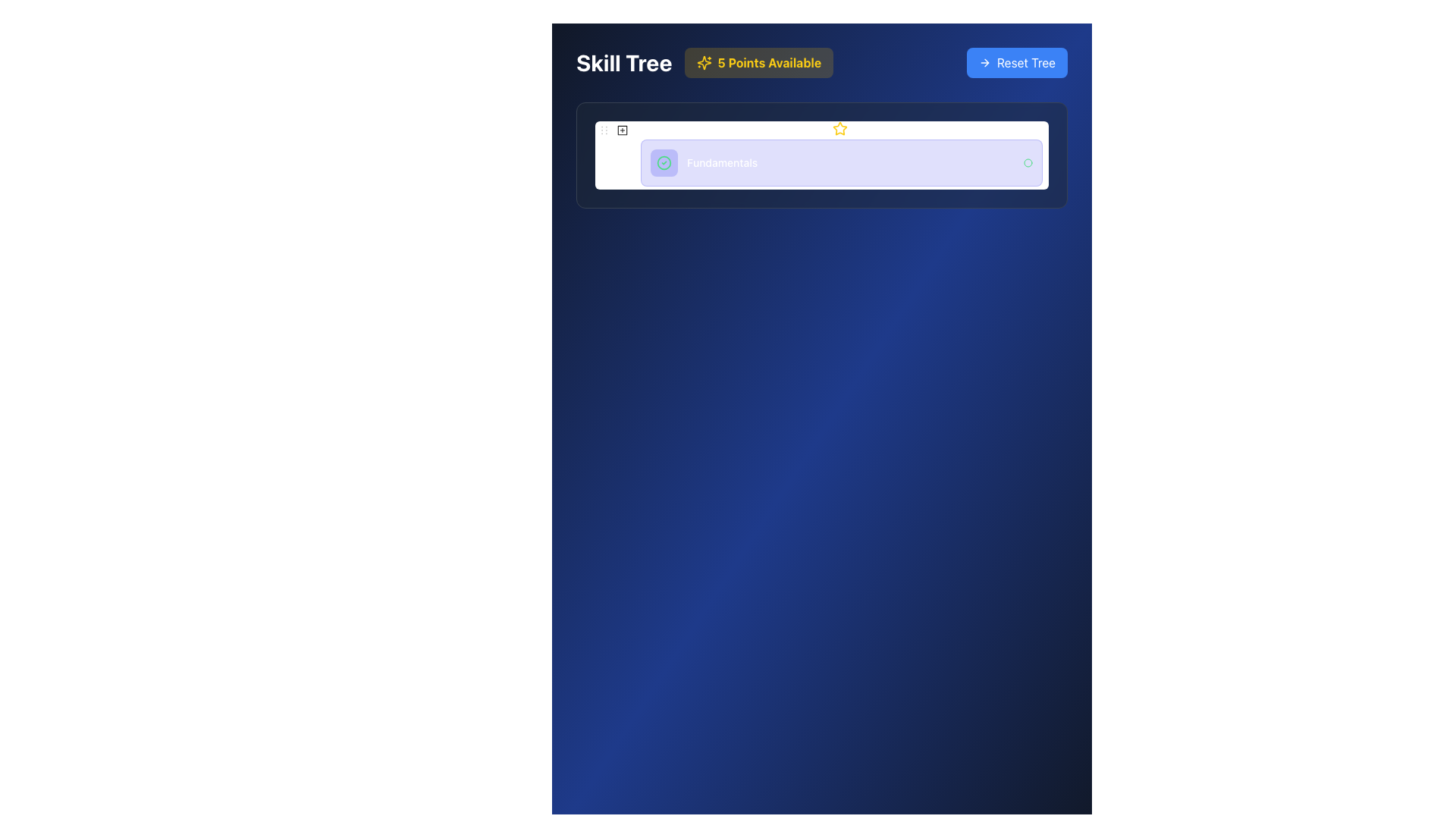 The height and width of the screenshot is (819, 1456). What do you see at coordinates (984, 62) in the screenshot?
I see `the rightward arrow icon located on the far left side of the 'Reset Tree' button, which visually indicates an action associated with the button` at bounding box center [984, 62].